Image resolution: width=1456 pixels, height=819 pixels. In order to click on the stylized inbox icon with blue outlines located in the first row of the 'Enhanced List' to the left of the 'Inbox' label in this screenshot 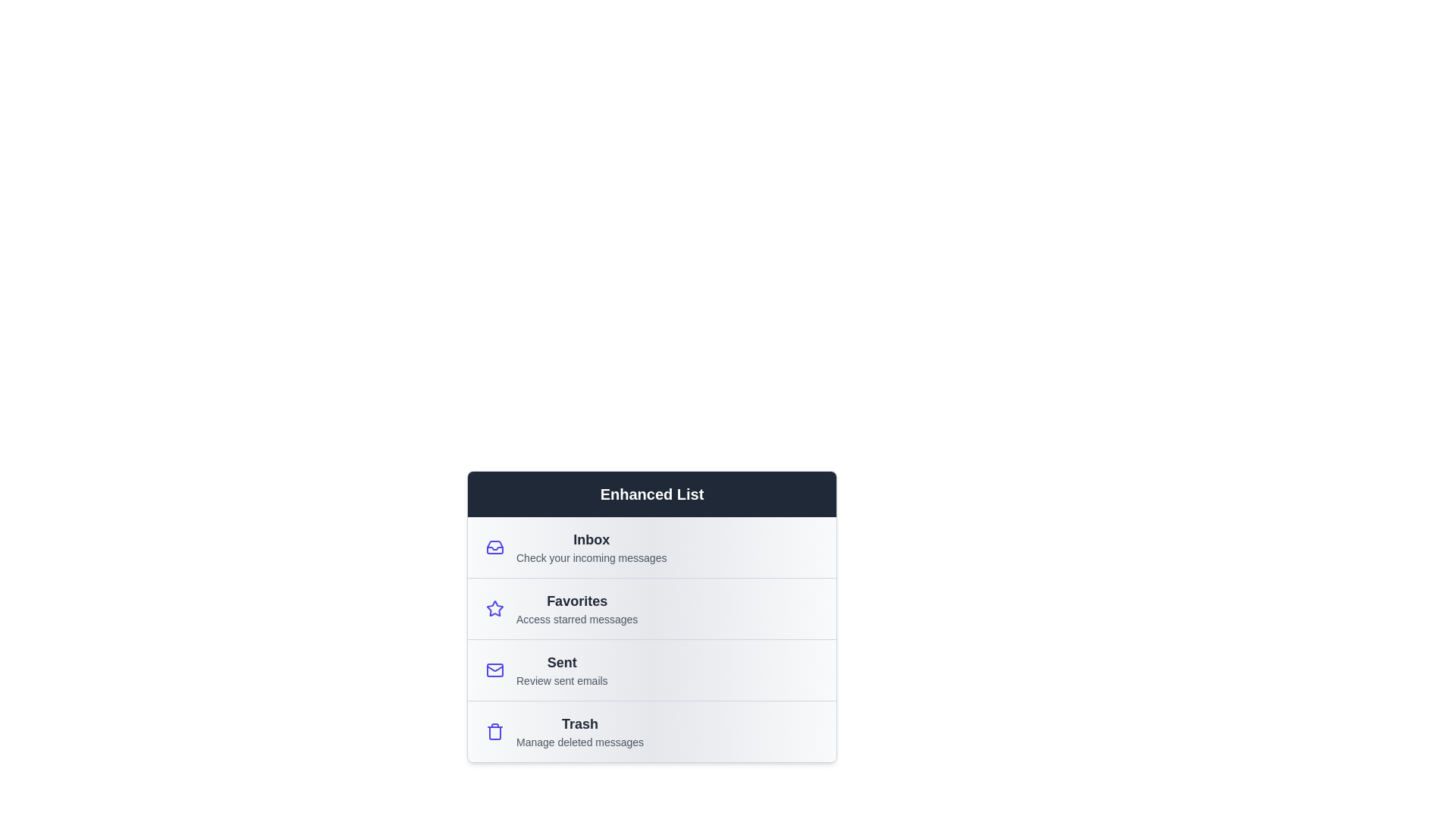, I will do `click(494, 547)`.